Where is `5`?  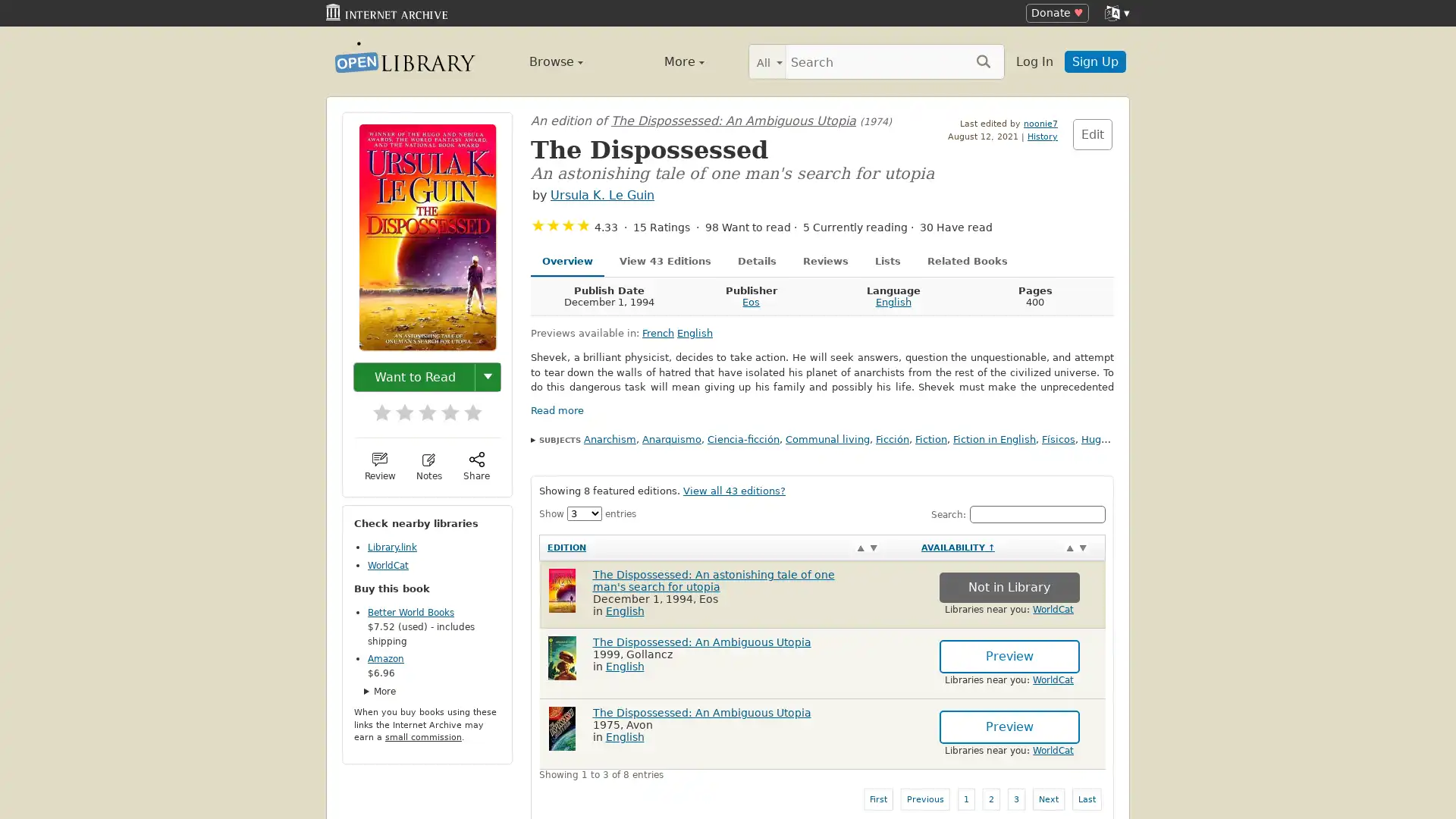
5 is located at coordinates (465, 406).